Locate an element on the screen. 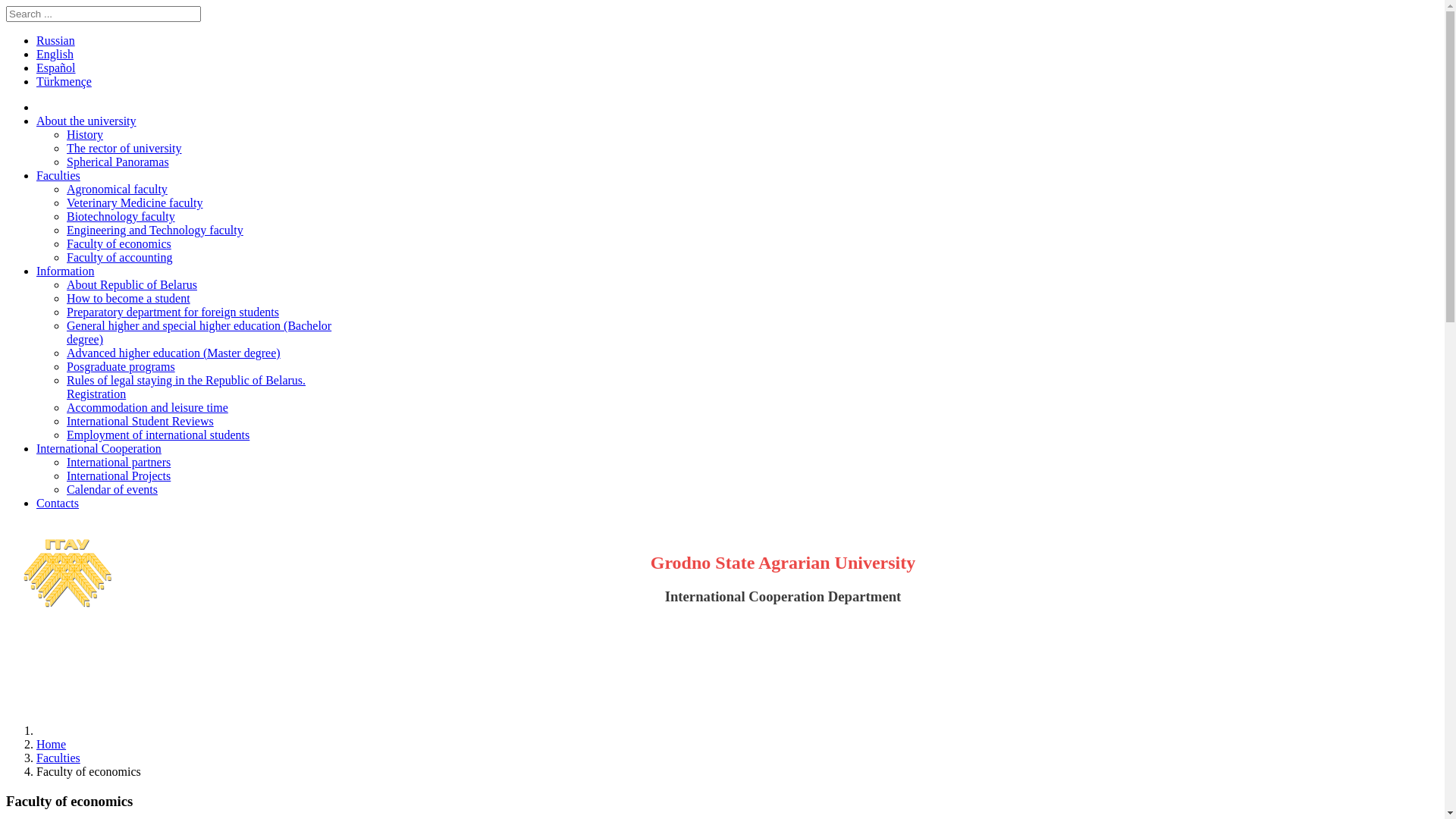  'International partners' is located at coordinates (118, 461).